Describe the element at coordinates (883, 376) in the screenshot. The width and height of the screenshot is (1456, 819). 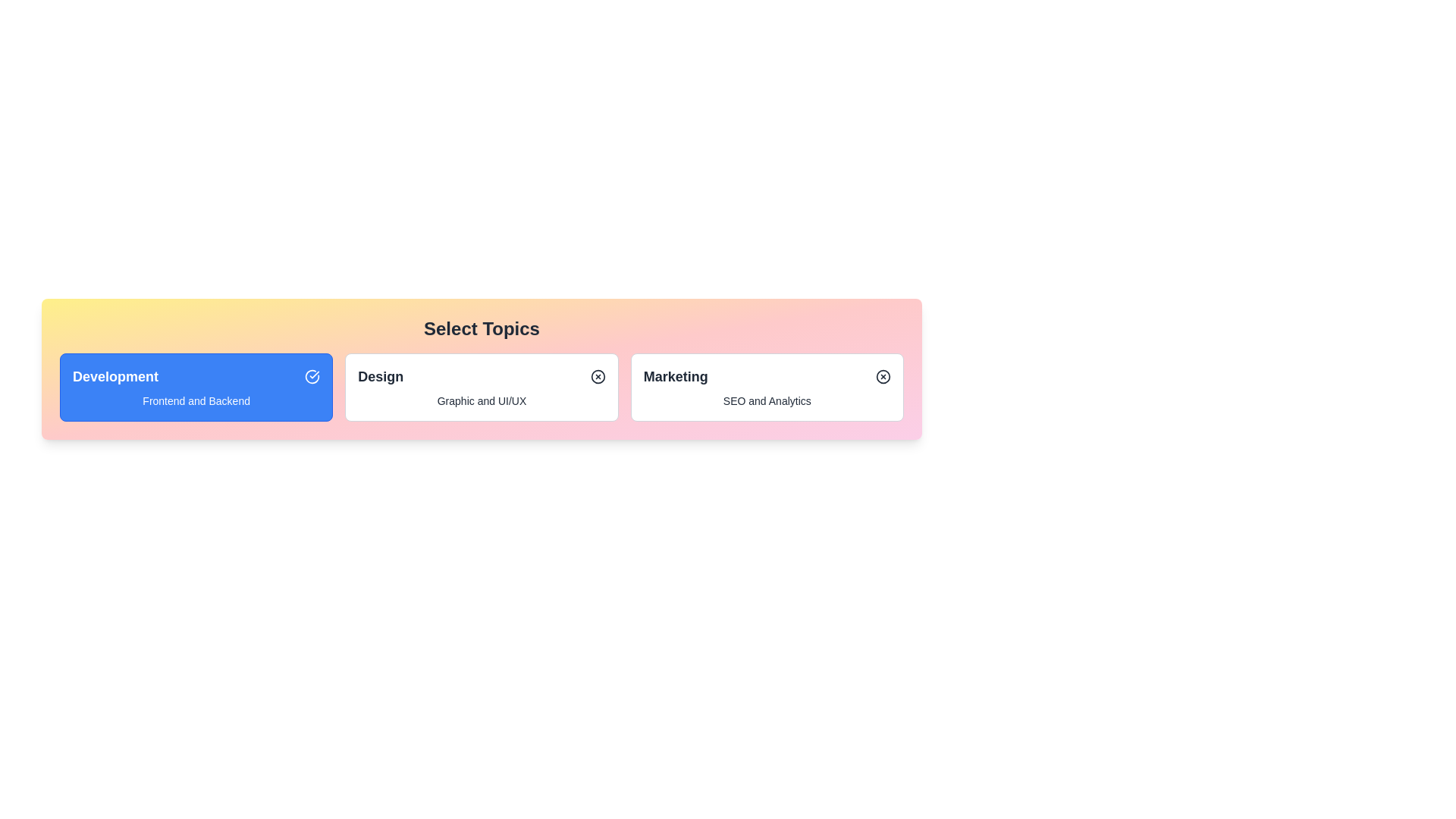
I see `the icon within the chip labeled 'Marketing' to toggle its state` at that location.